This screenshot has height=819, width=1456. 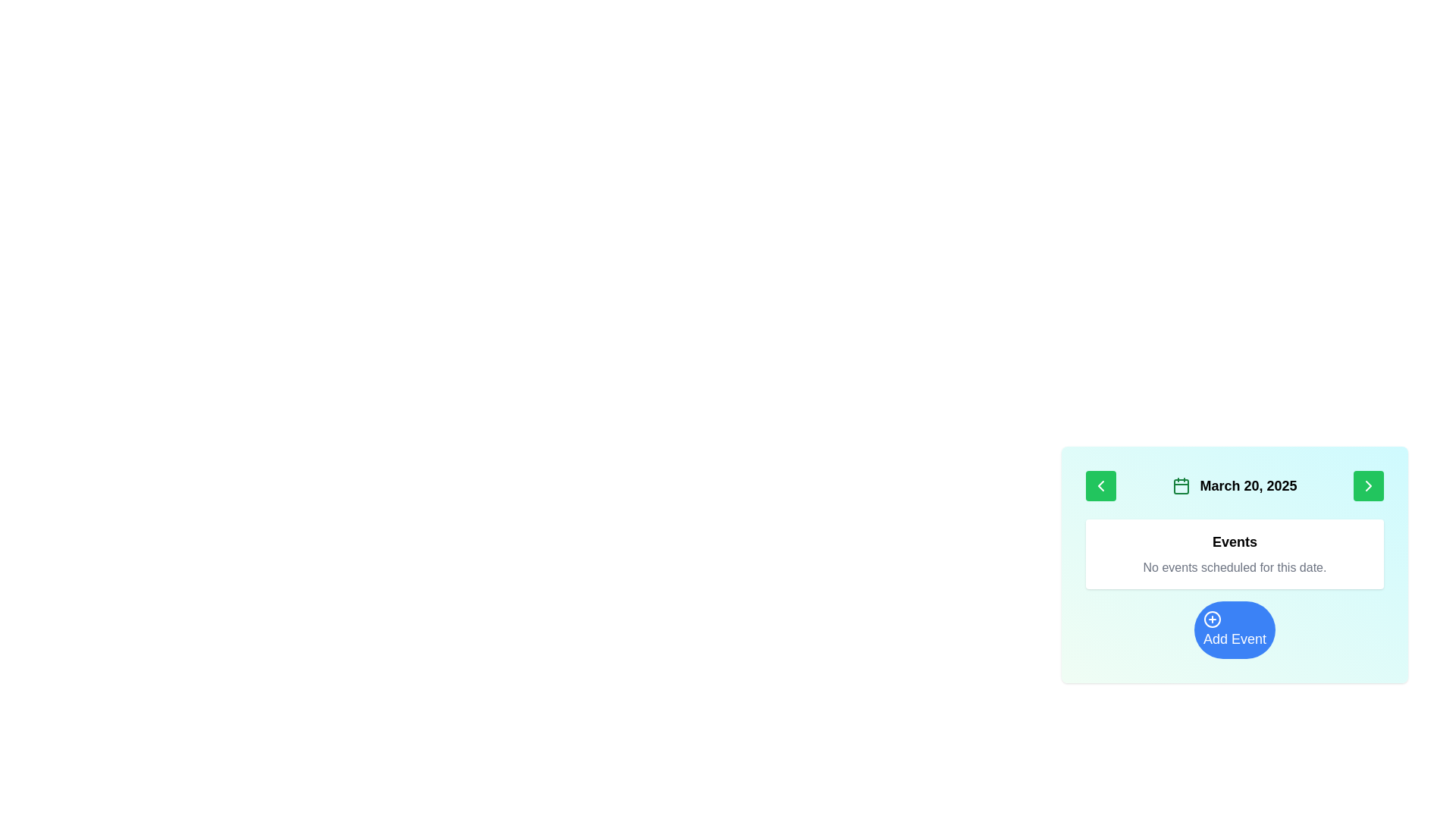 I want to click on the small circular icon with a plus sign inside, which is visually centered on the larger blue 'Add Event' button, so click(x=1211, y=620).